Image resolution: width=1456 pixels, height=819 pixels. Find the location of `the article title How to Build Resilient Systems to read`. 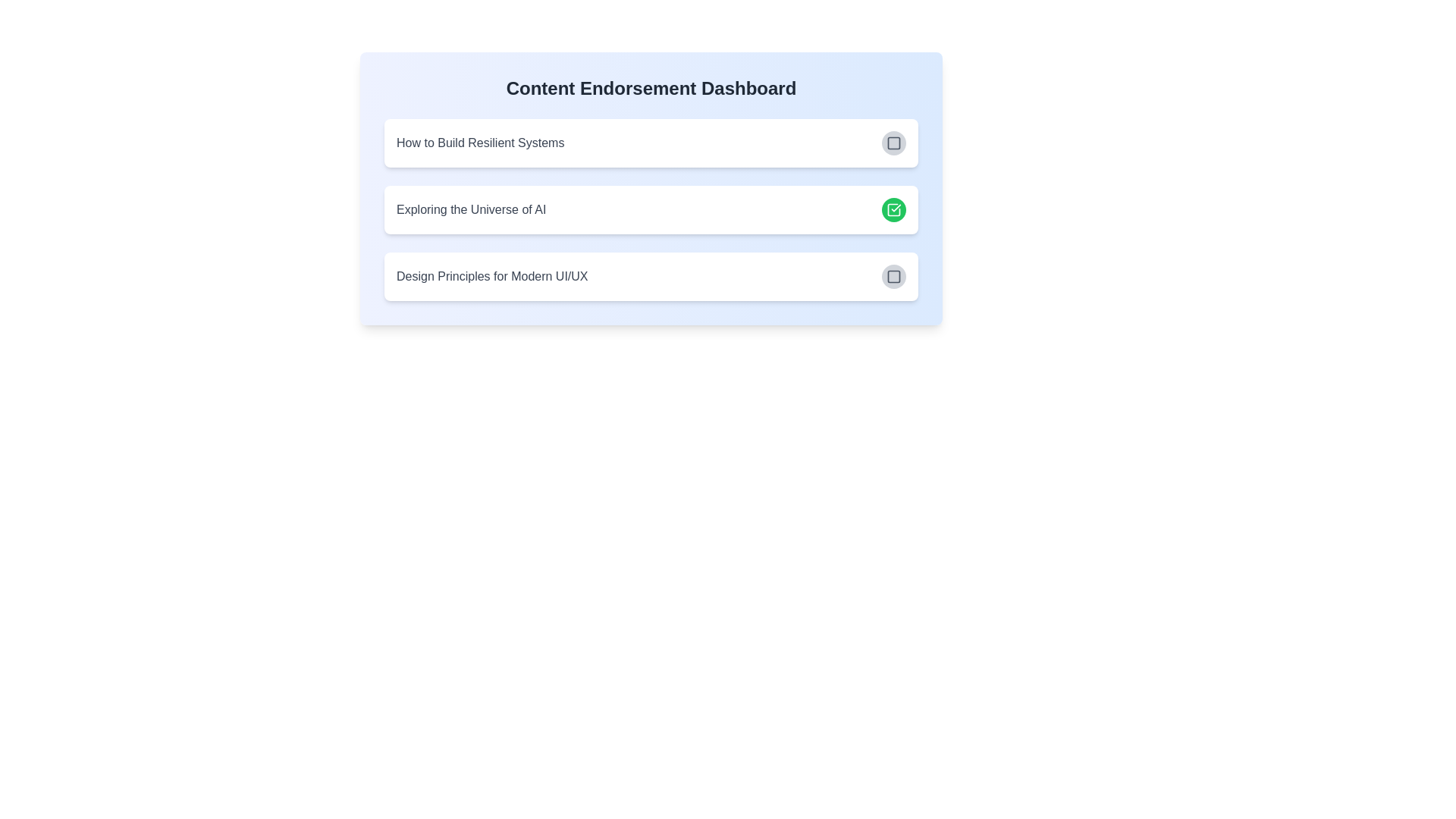

the article title How to Build Resilient Systems to read is located at coordinates (479, 143).